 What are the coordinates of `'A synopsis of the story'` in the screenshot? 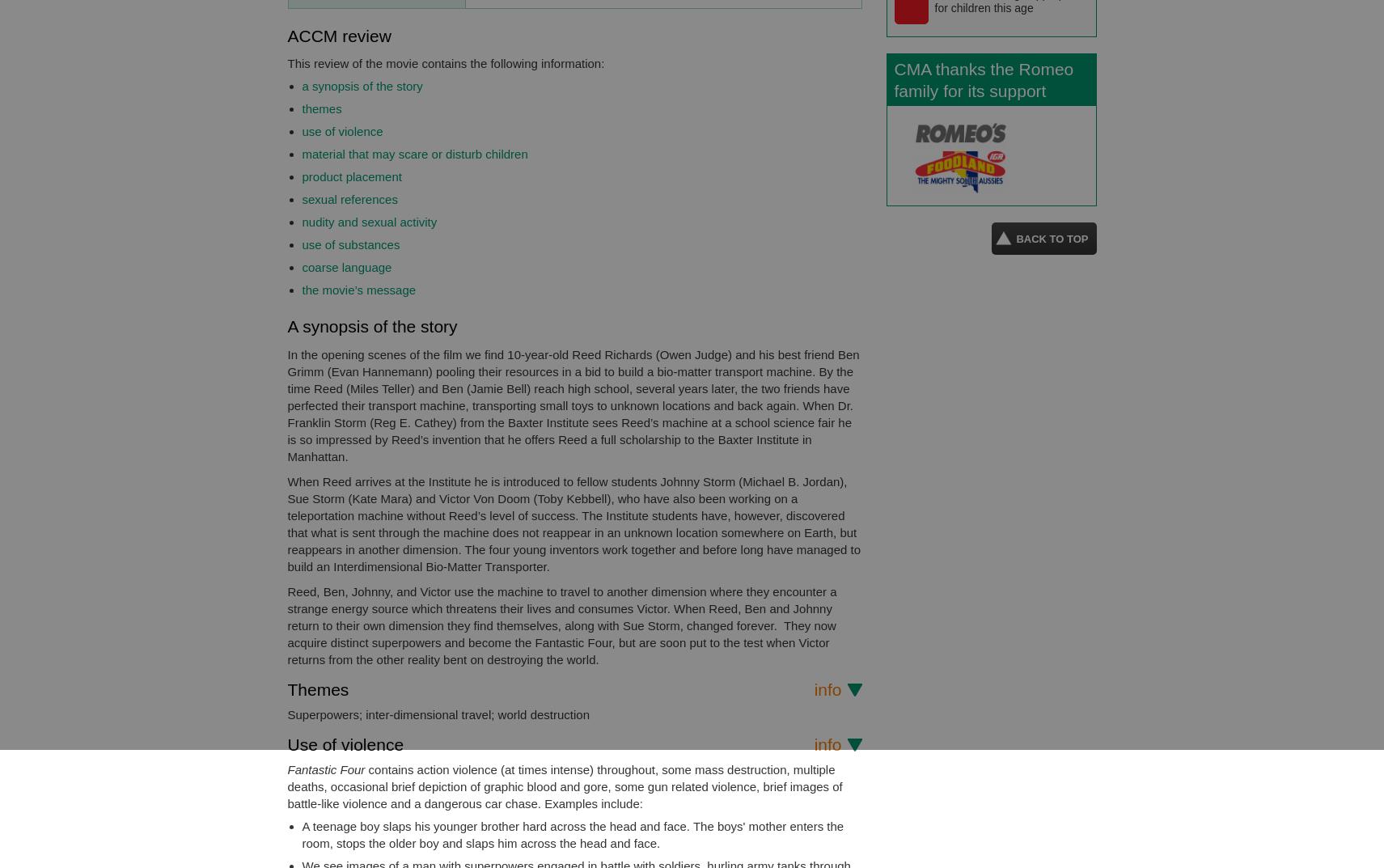 It's located at (371, 325).